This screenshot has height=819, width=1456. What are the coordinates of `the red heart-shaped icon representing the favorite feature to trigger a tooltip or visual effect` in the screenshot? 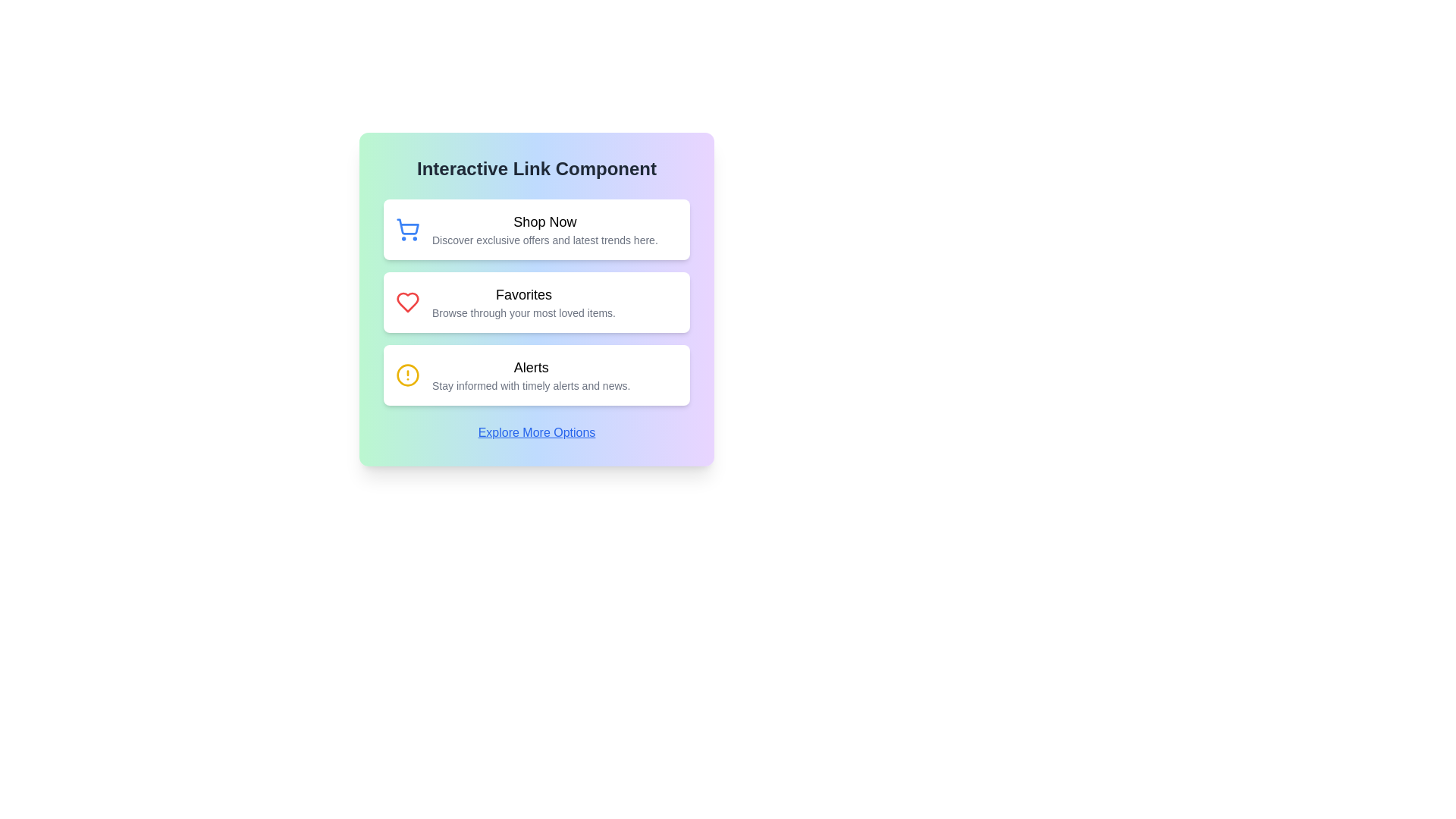 It's located at (407, 302).